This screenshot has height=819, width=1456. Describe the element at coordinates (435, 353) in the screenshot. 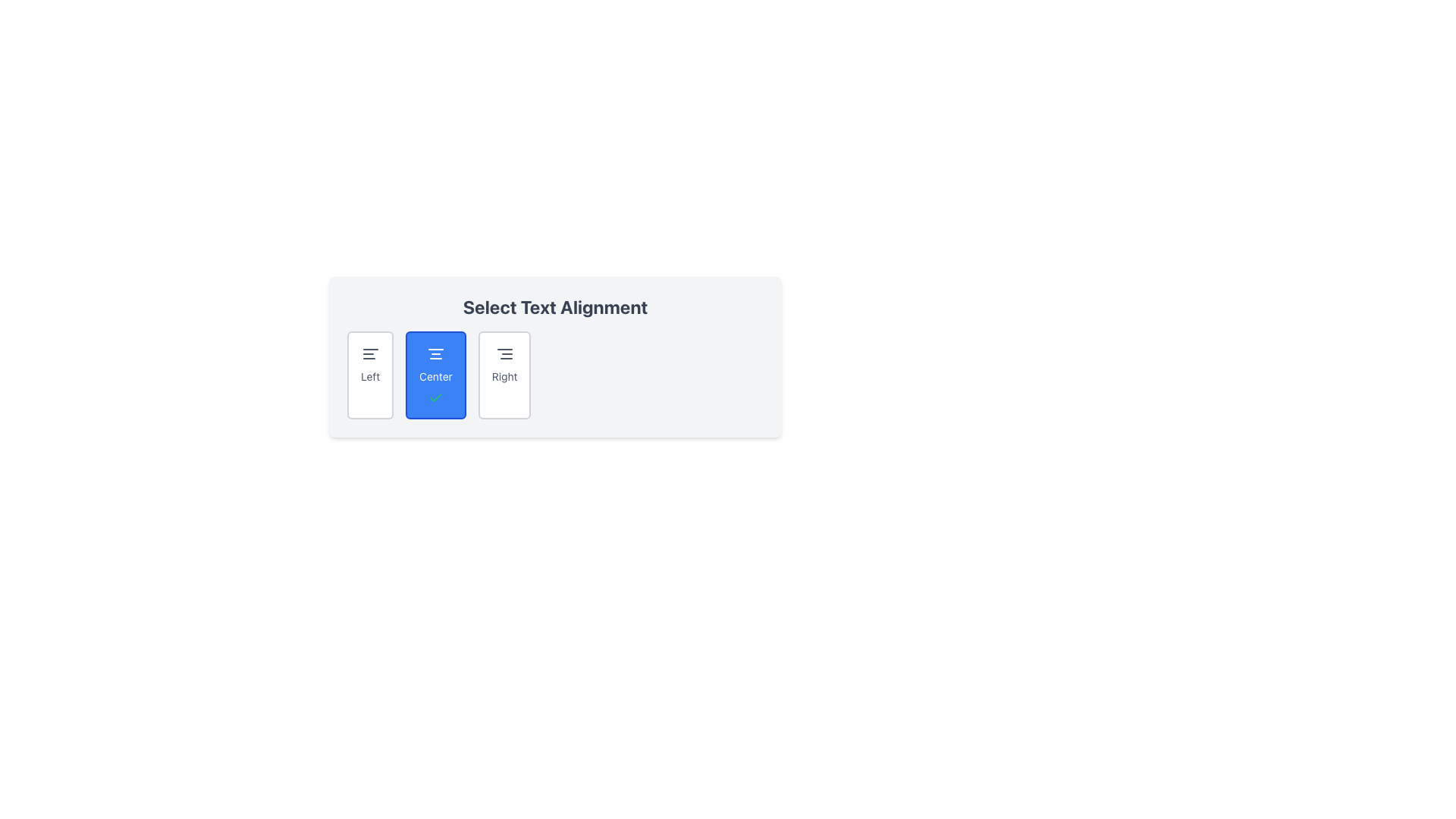

I see `the center alignment icon button, which is visually centered within a blue rounded rectangle and located in the middle of three alignment selection buttons below the 'Select Text Alignment' title` at that location.